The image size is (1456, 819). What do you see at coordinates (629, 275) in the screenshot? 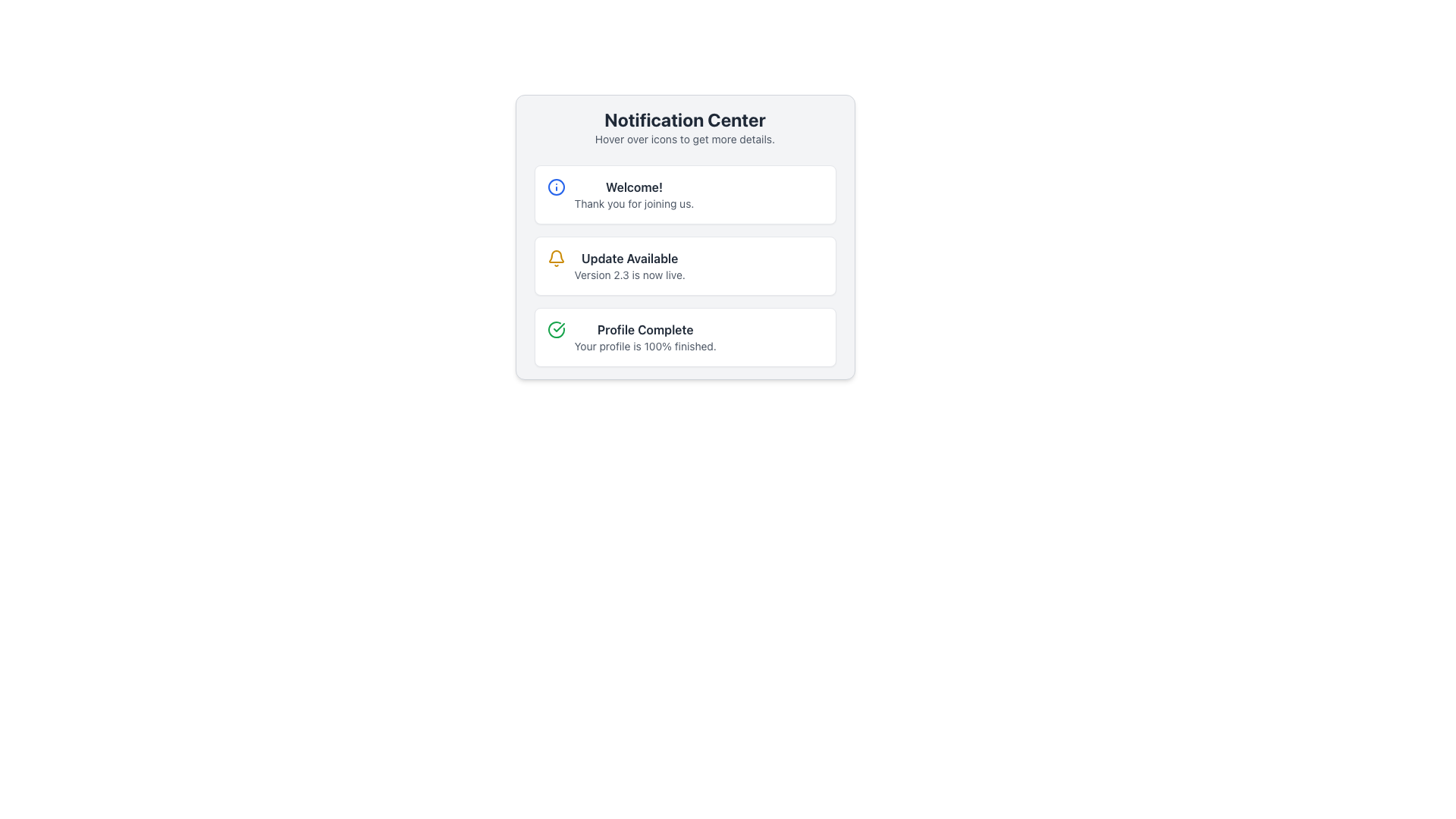
I see `the informational text displaying 'Version 2.3 is now live.' located beneath the header 'Update Available' in the second notification card` at bounding box center [629, 275].